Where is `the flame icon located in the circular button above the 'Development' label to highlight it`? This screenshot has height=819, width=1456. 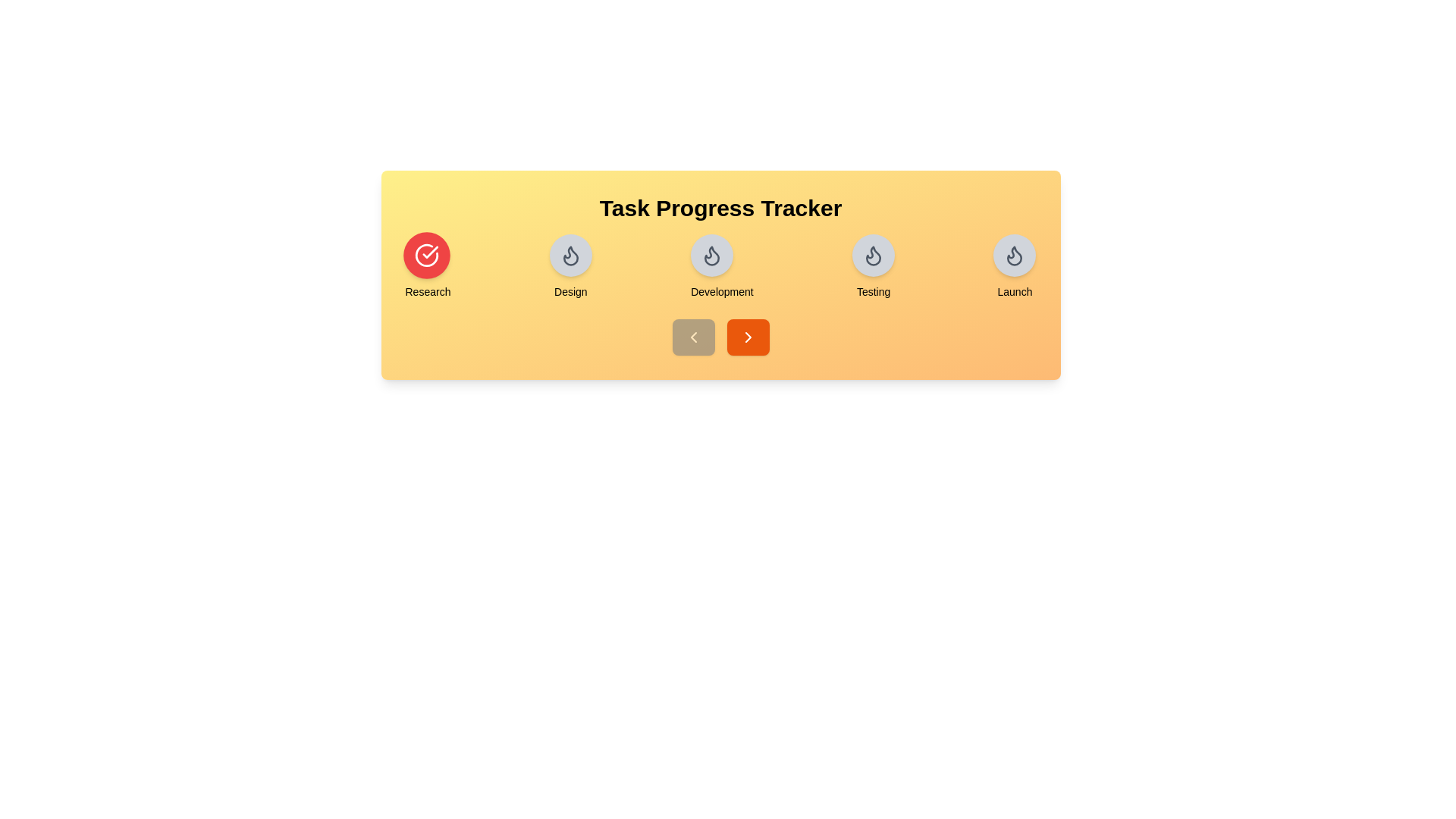 the flame icon located in the circular button above the 'Development' label to highlight it is located at coordinates (711, 254).